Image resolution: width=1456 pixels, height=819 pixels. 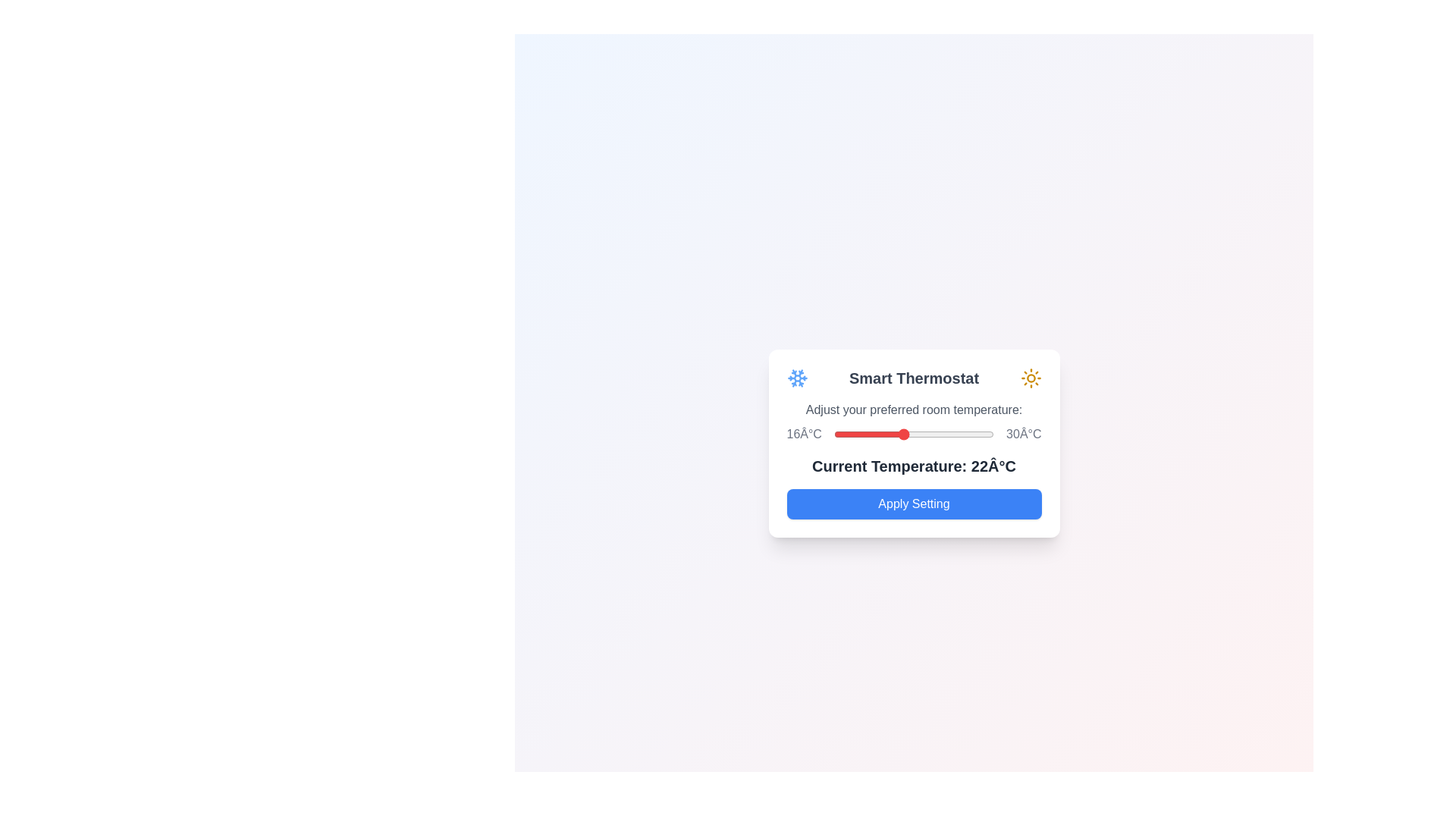 I want to click on the temperature to 19°C using the slider, so click(x=868, y=435).